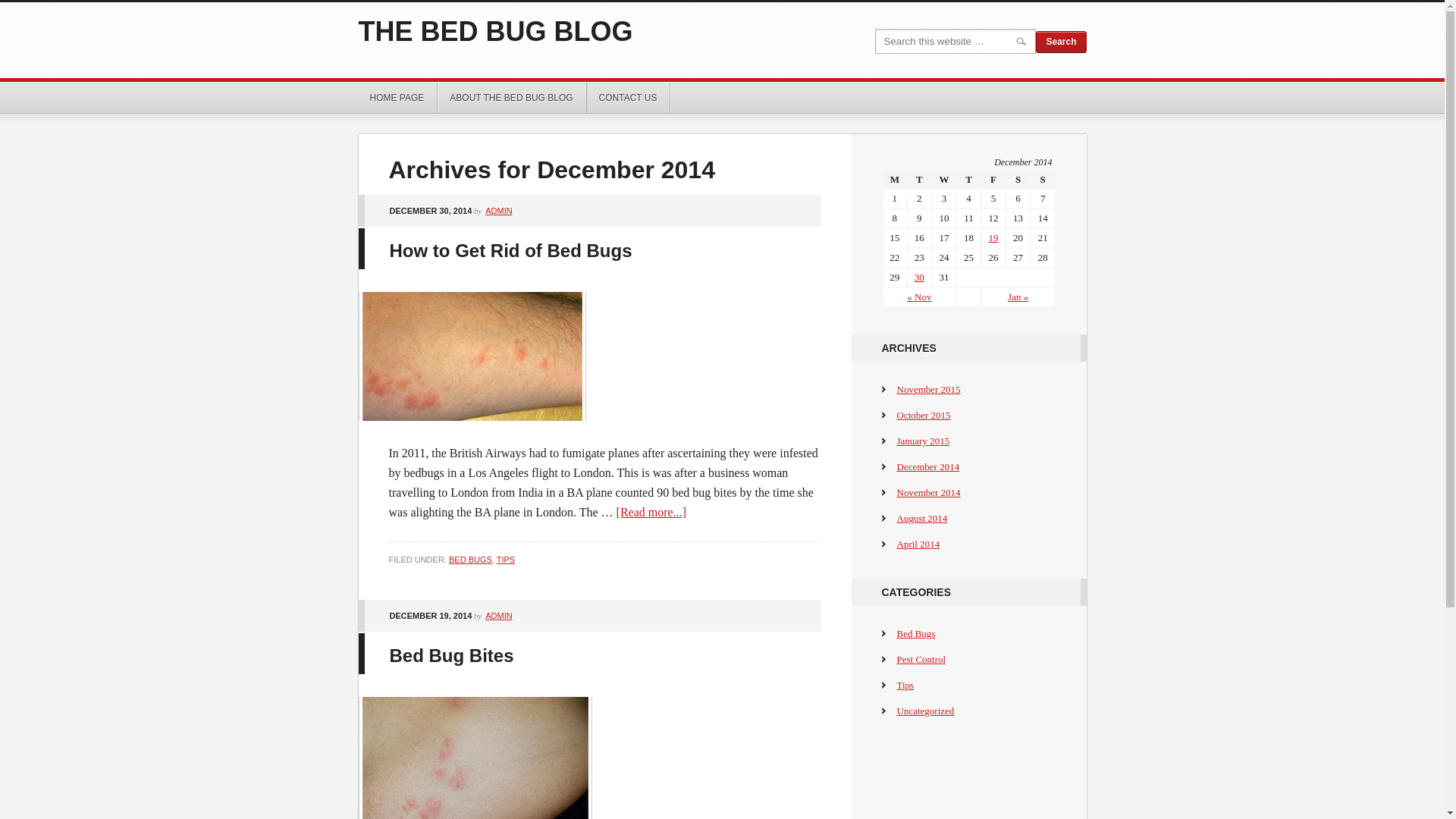  What do you see at coordinates (512, 97) in the screenshot?
I see `'ABOUT THE BED BUG BLOG'` at bounding box center [512, 97].